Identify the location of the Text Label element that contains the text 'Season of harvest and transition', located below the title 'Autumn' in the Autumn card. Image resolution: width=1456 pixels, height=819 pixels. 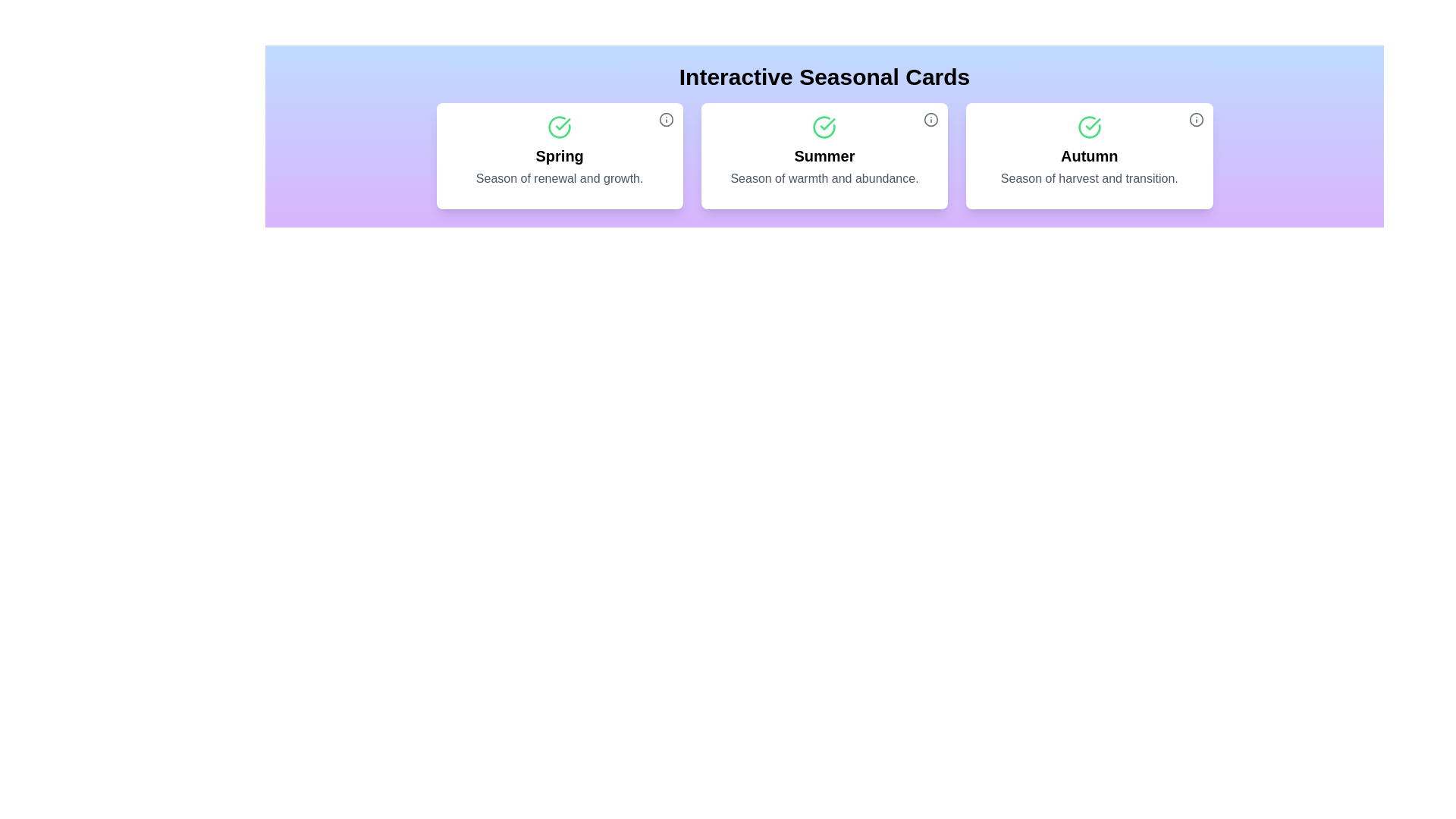
(1088, 177).